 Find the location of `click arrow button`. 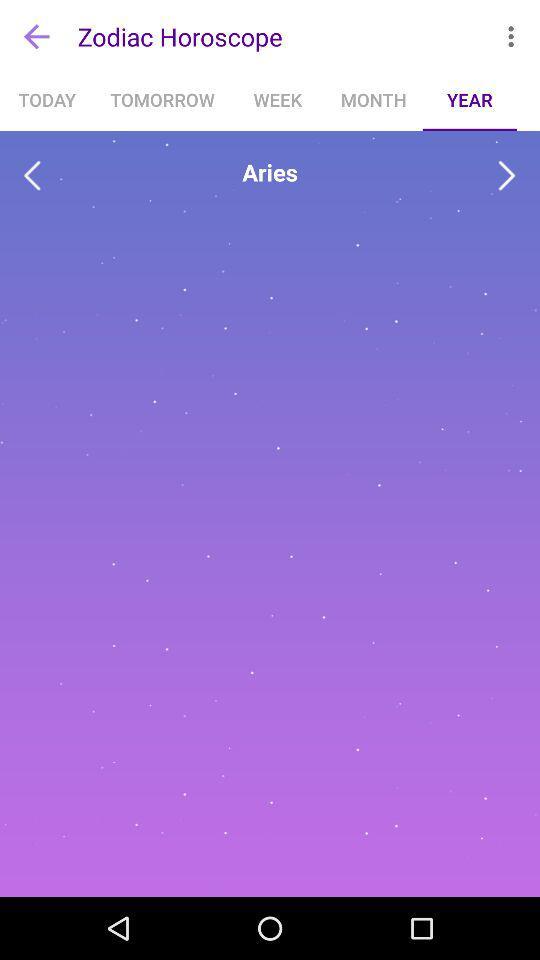

click arrow button is located at coordinates (507, 175).